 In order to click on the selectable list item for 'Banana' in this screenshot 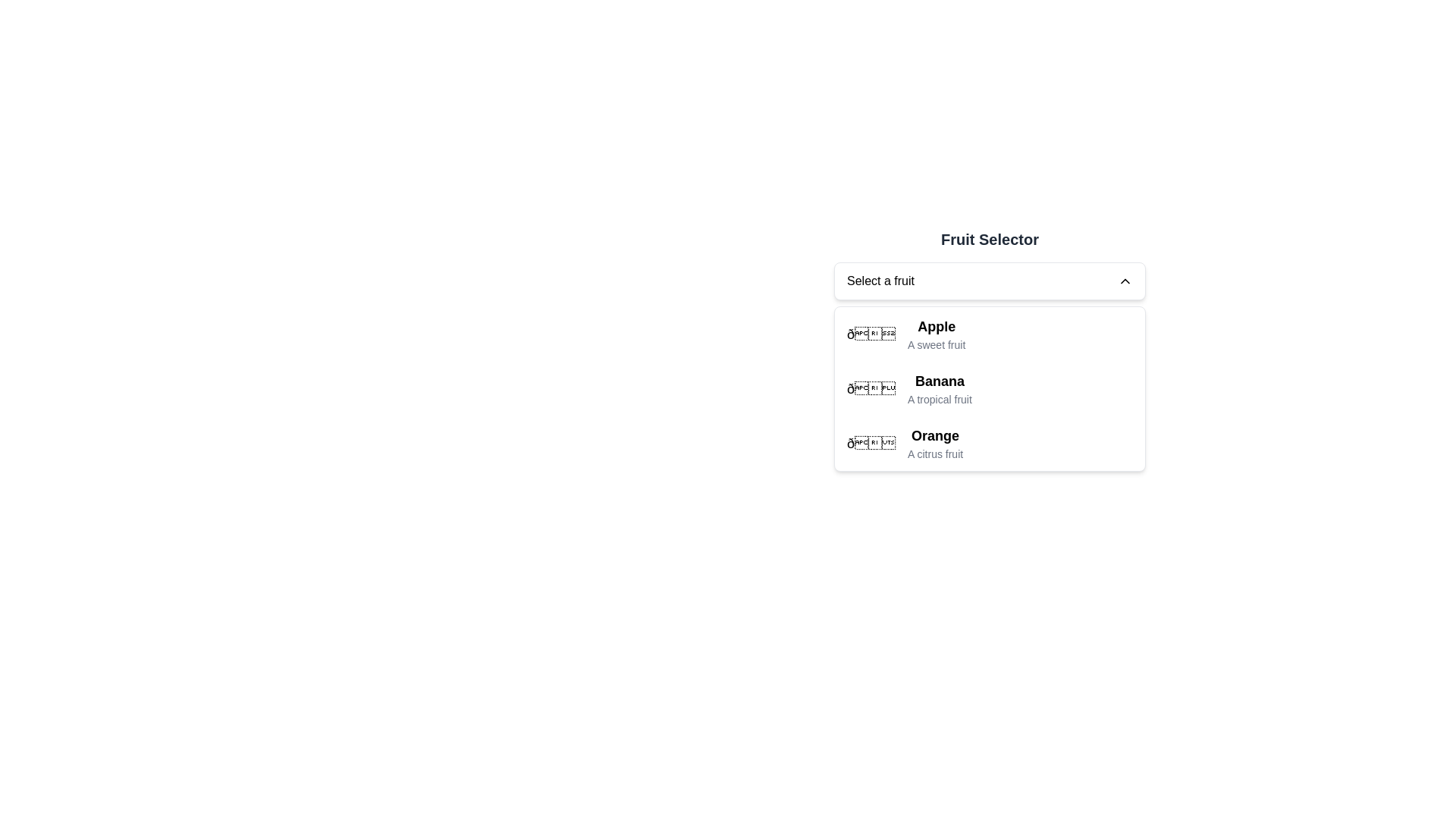, I will do `click(990, 388)`.